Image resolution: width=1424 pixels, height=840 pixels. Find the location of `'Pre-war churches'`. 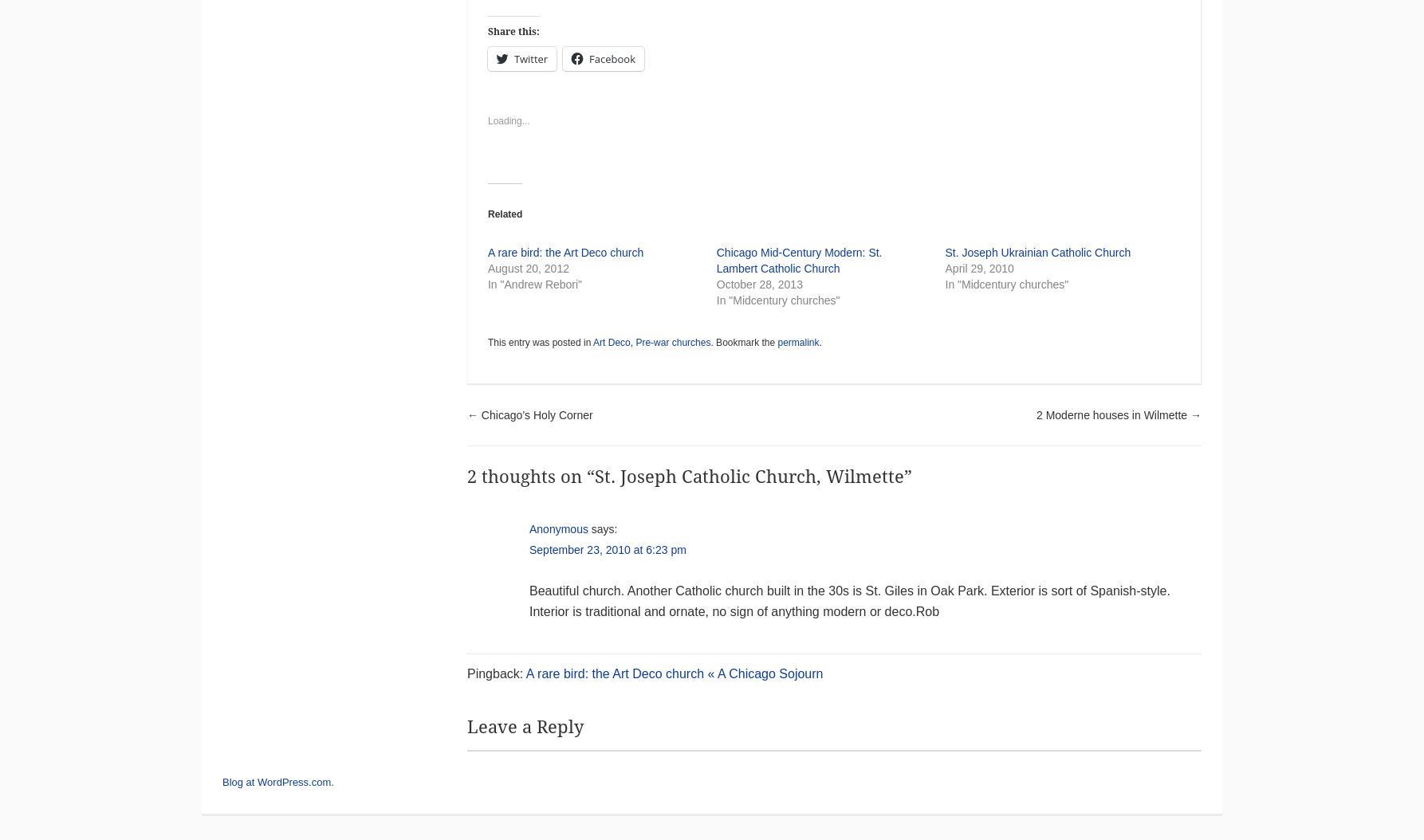

'Pre-war churches' is located at coordinates (672, 343).